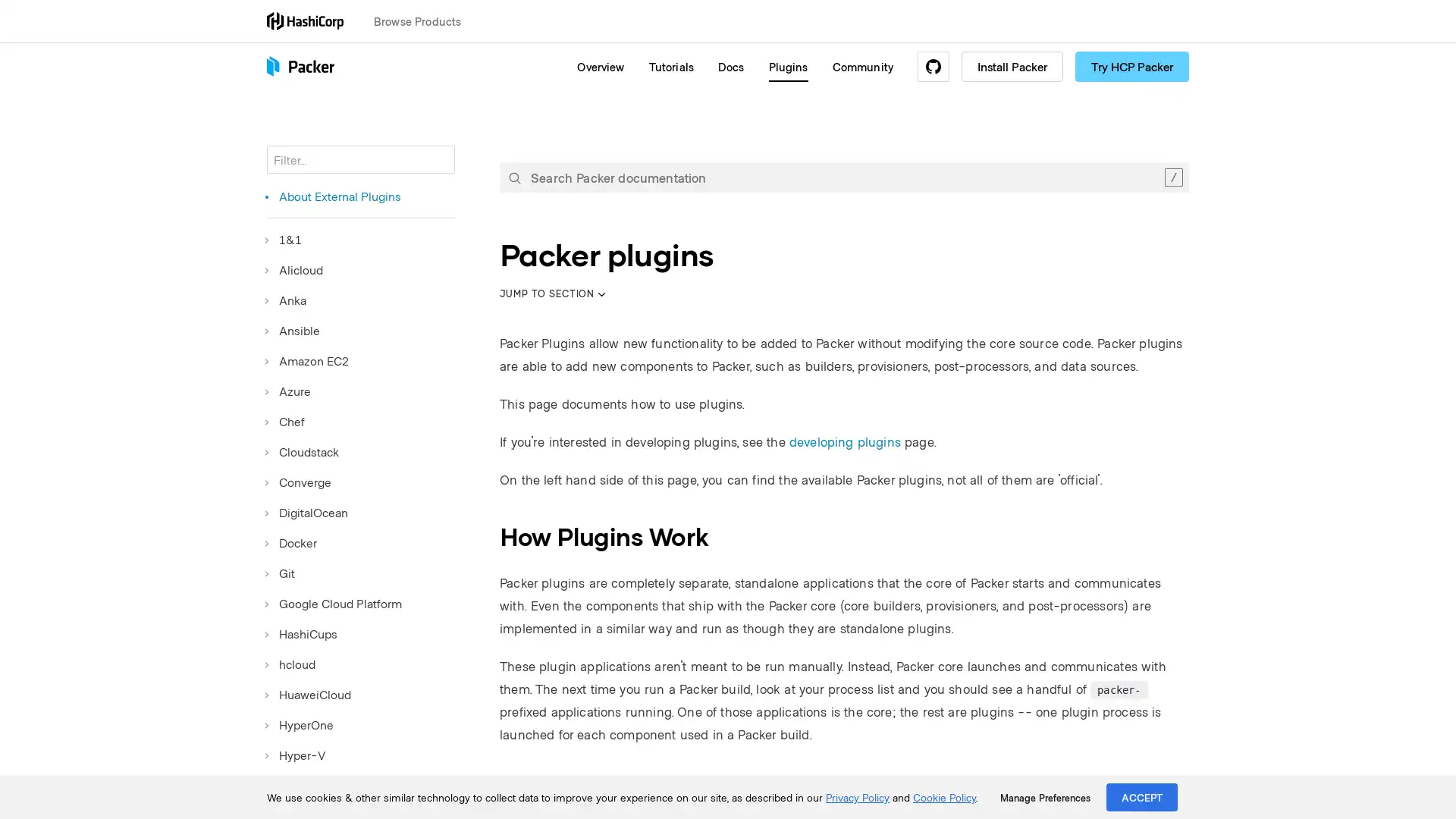 The width and height of the screenshot is (1456, 819). What do you see at coordinates (293, 329) in the screenshot?
I see `Ansible` at bounding box center [293, 329].